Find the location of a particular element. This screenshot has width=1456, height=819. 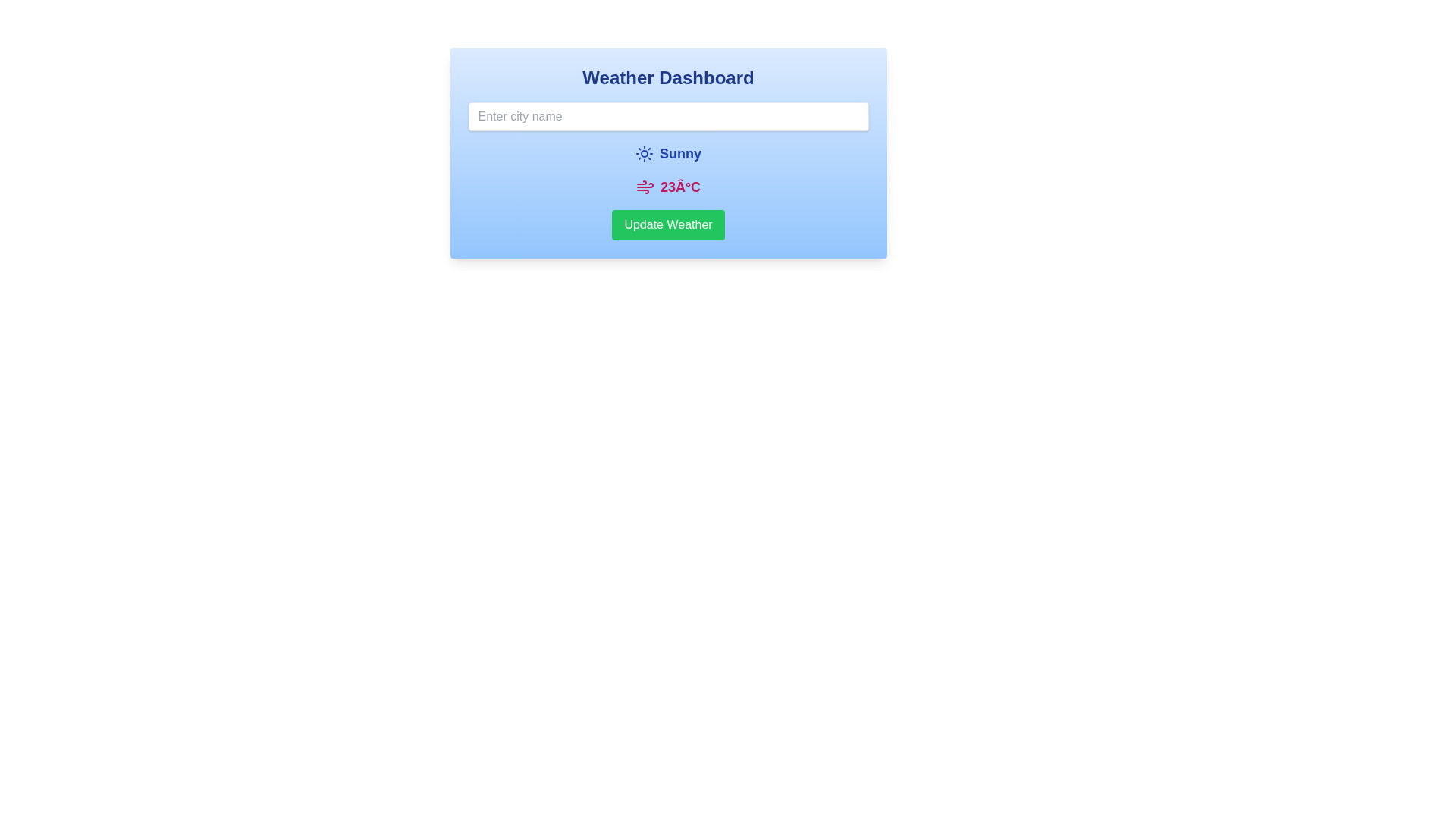

the update weather button in the weather dashboard interface is located at coordinates (667, 225).